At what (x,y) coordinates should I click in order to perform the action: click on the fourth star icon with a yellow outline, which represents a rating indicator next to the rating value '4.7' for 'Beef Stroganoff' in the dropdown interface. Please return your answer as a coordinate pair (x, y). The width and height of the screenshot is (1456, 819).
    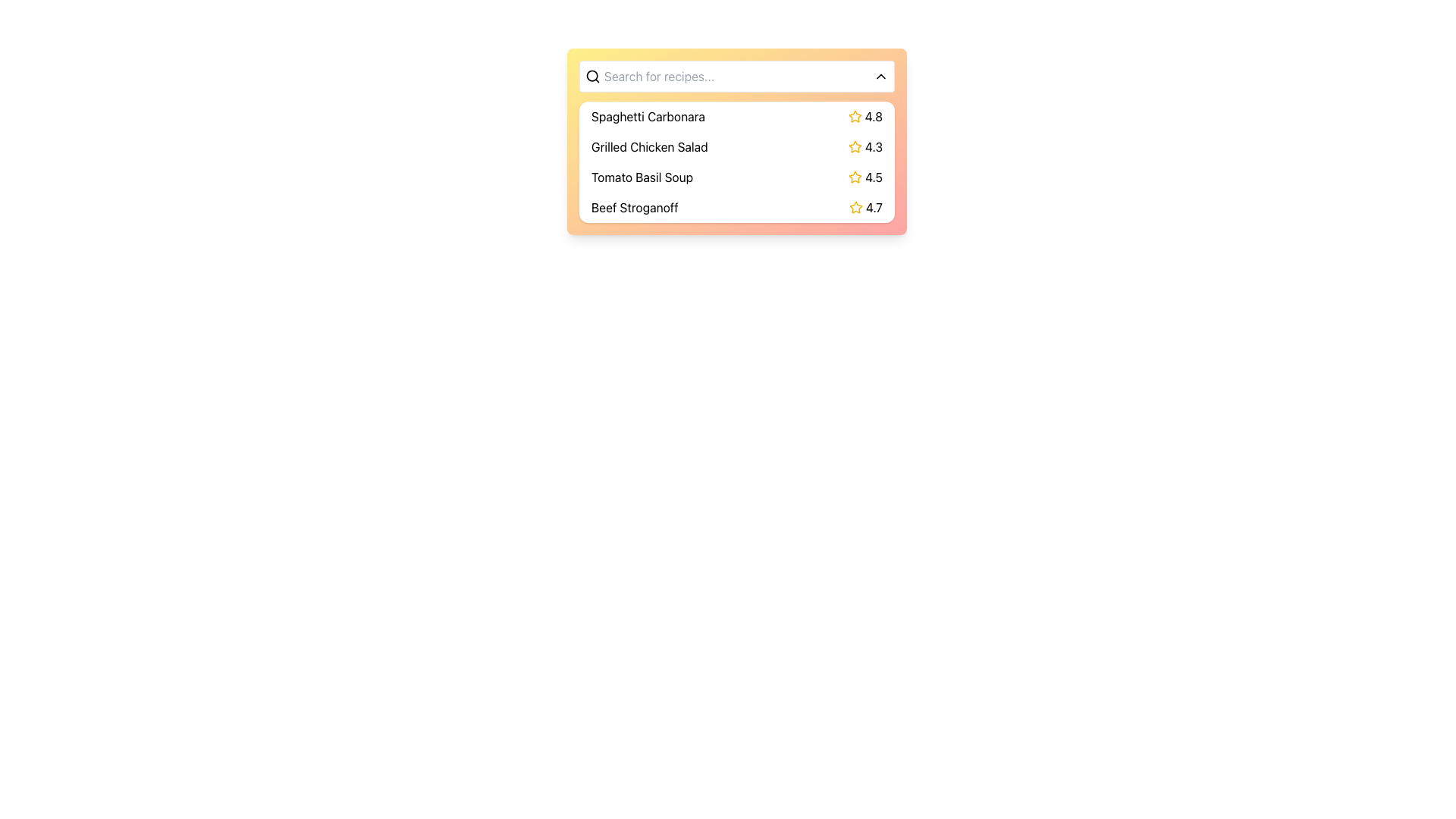
    Looking at the image, I should click on (855, 207).